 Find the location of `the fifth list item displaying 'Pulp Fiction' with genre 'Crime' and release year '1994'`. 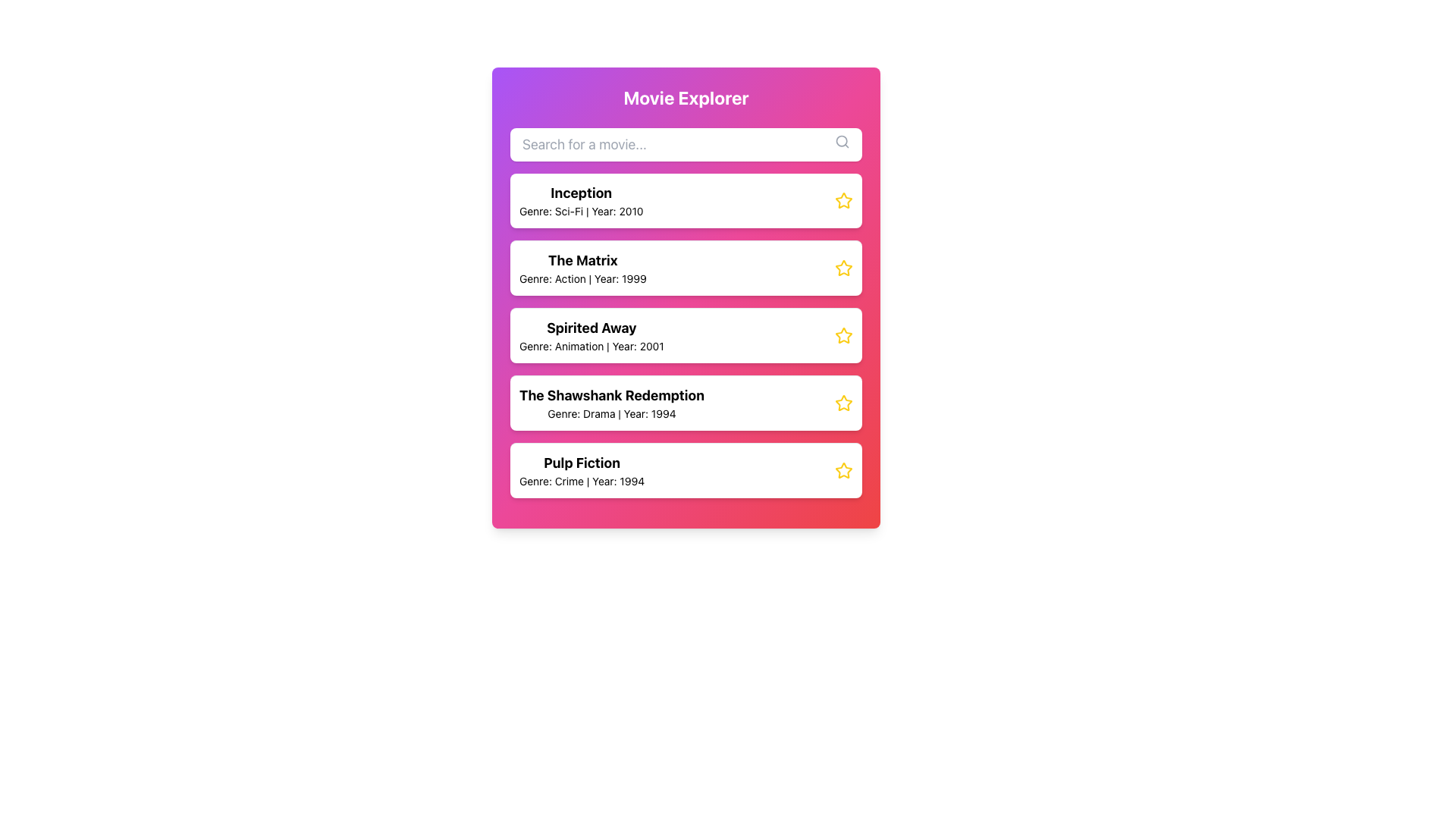

the fifth list item displaying 'Pulp Fiction' with genre 'Crime' and release year '1994' is located at coordinates (581, 470).